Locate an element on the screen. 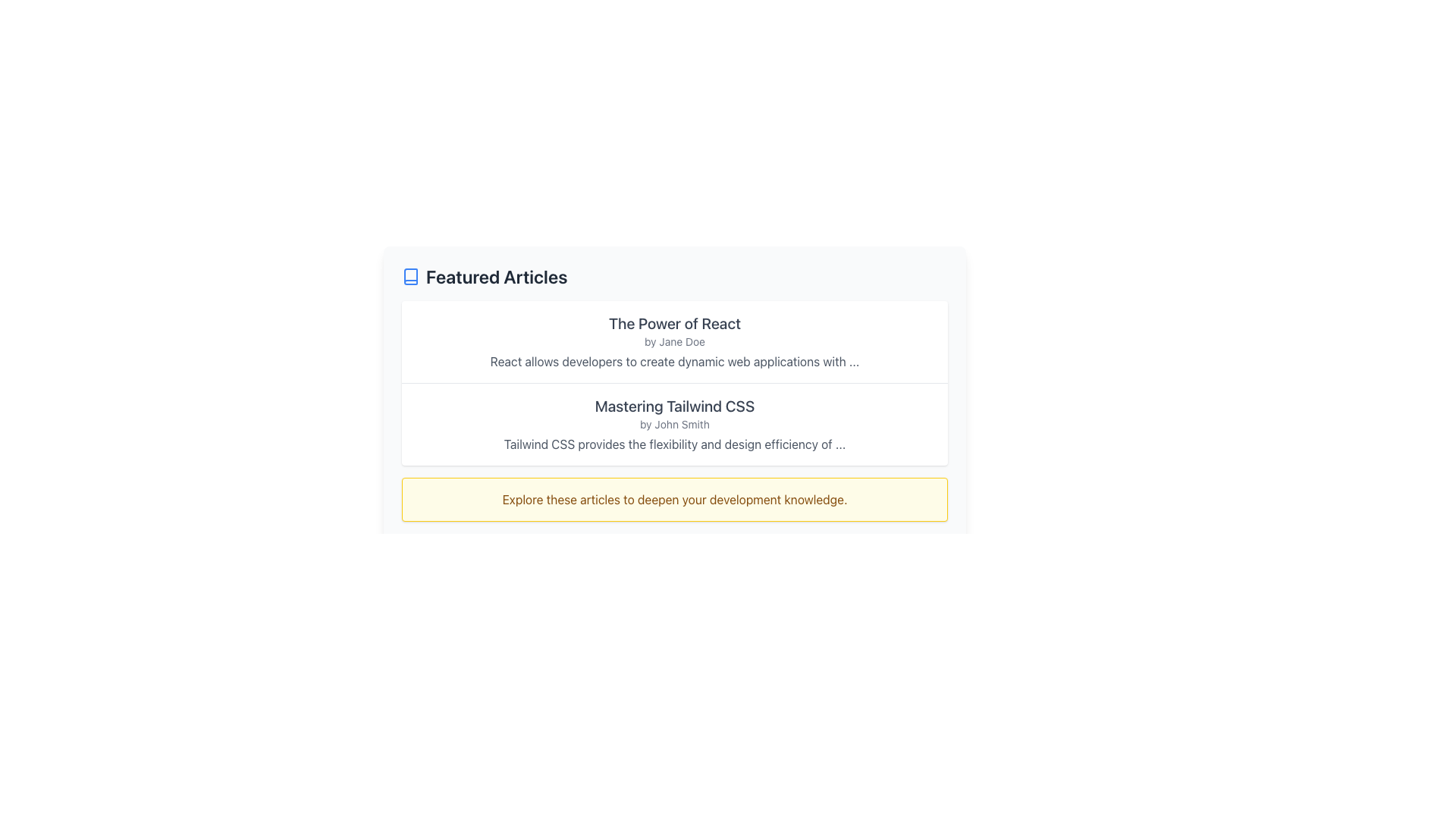 Image resolution: width=1456 pixels, height=819 pixels. supplemental text that reads 'React allows developers to create dynamic web applications with ...', which is displayed in gray color beneath the title 'The Power of React' and the author line 'by Jane Doe' is located at coordinates (673, 362).